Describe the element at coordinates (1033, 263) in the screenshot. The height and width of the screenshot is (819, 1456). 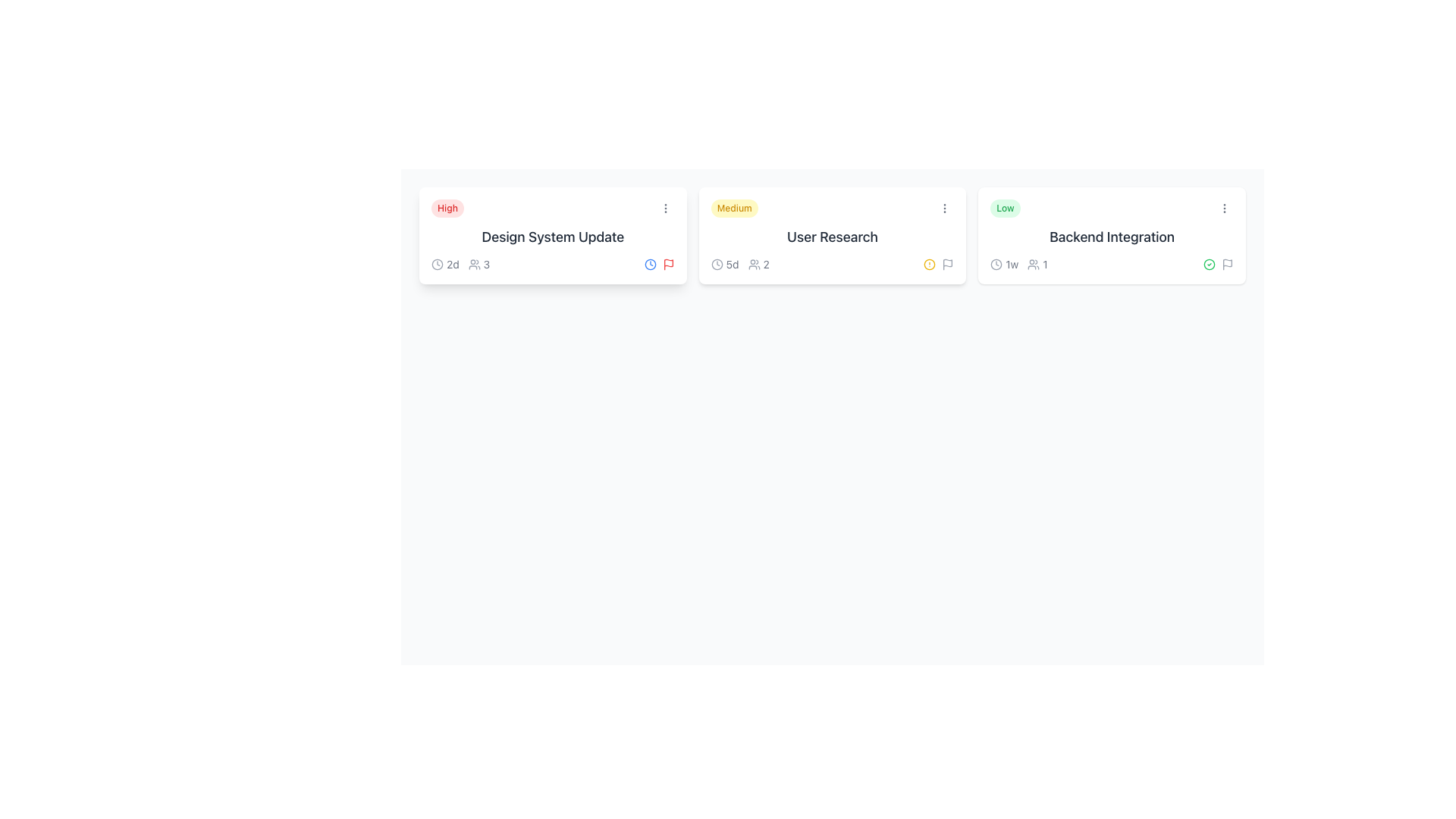
I see `the icon representing a group or individuals located in the last card on the right, positioned near the bottom section of the card, to the left of the number '1'` at that location.